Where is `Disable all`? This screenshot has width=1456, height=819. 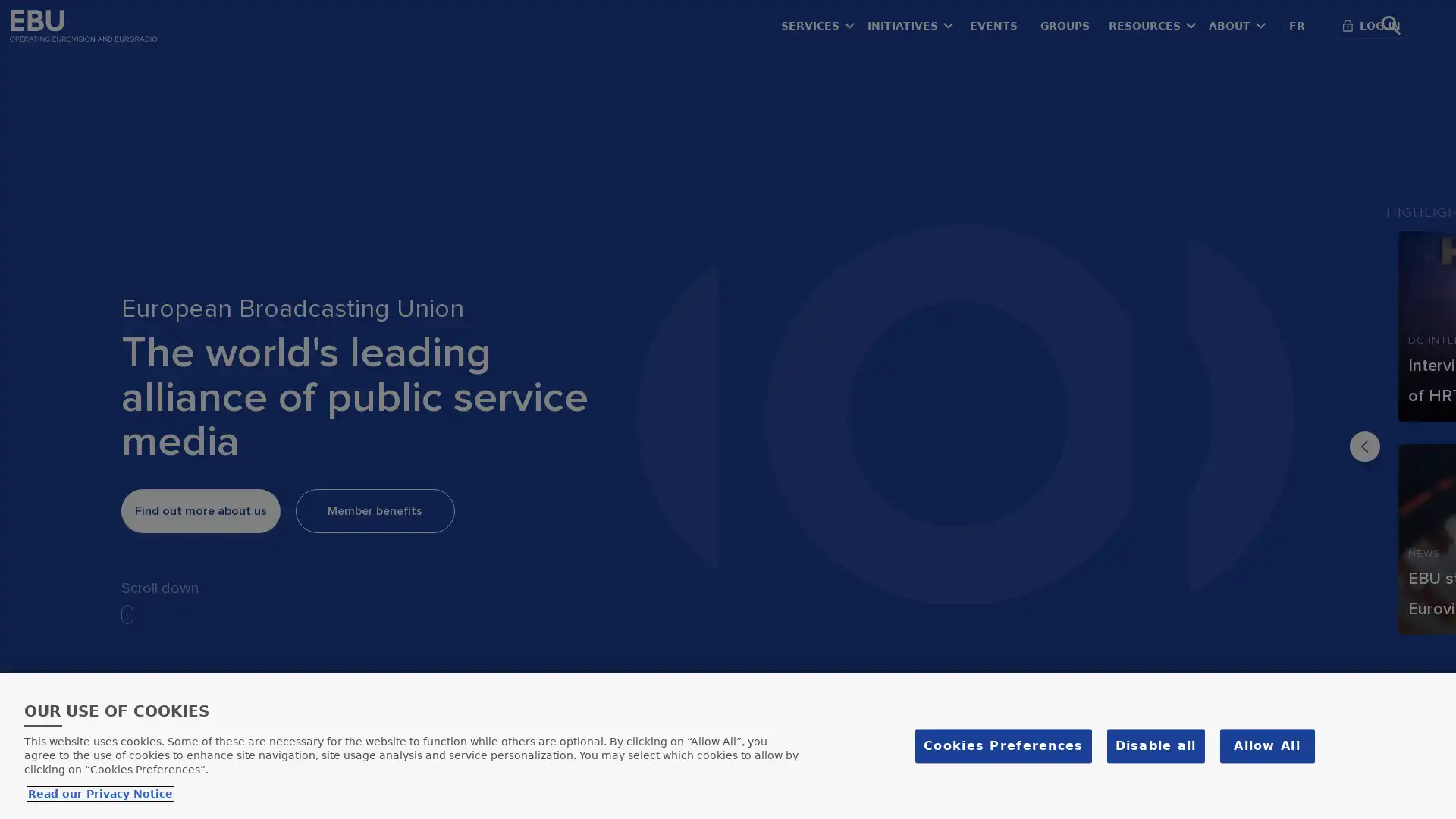
Disable all is located at coordinates (1154, 745).